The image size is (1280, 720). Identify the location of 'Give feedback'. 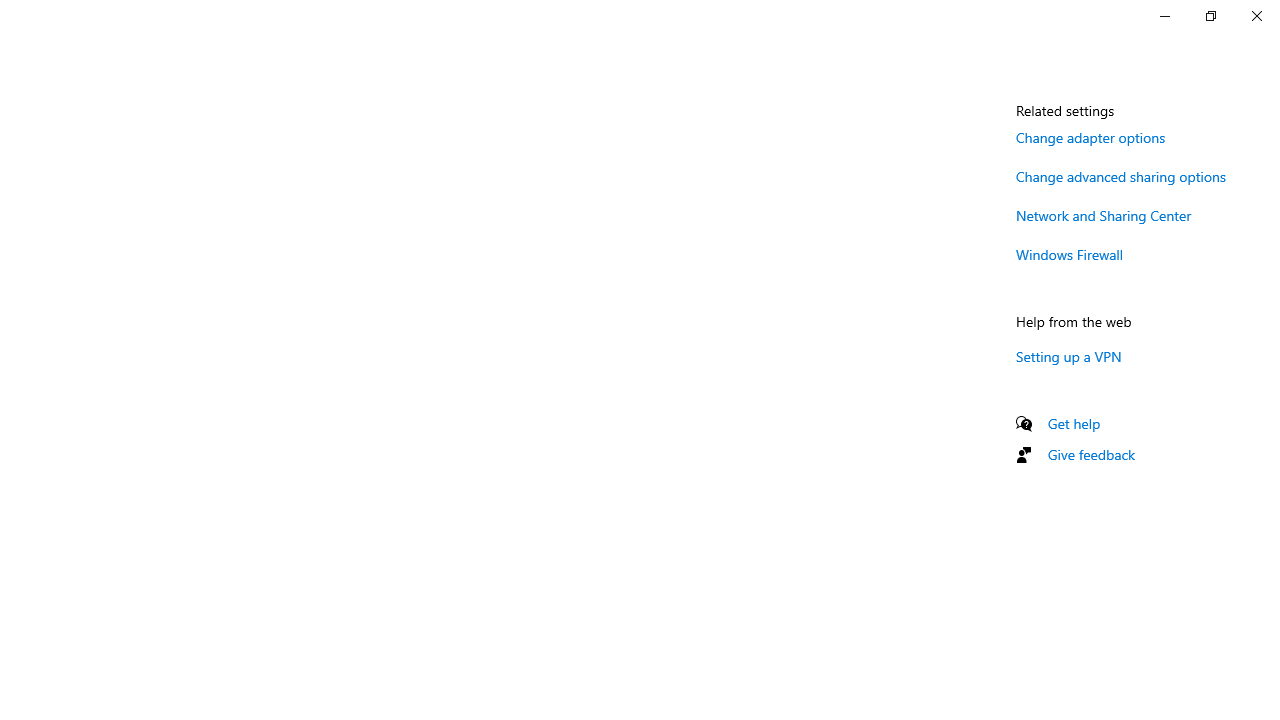
(1090, 454).